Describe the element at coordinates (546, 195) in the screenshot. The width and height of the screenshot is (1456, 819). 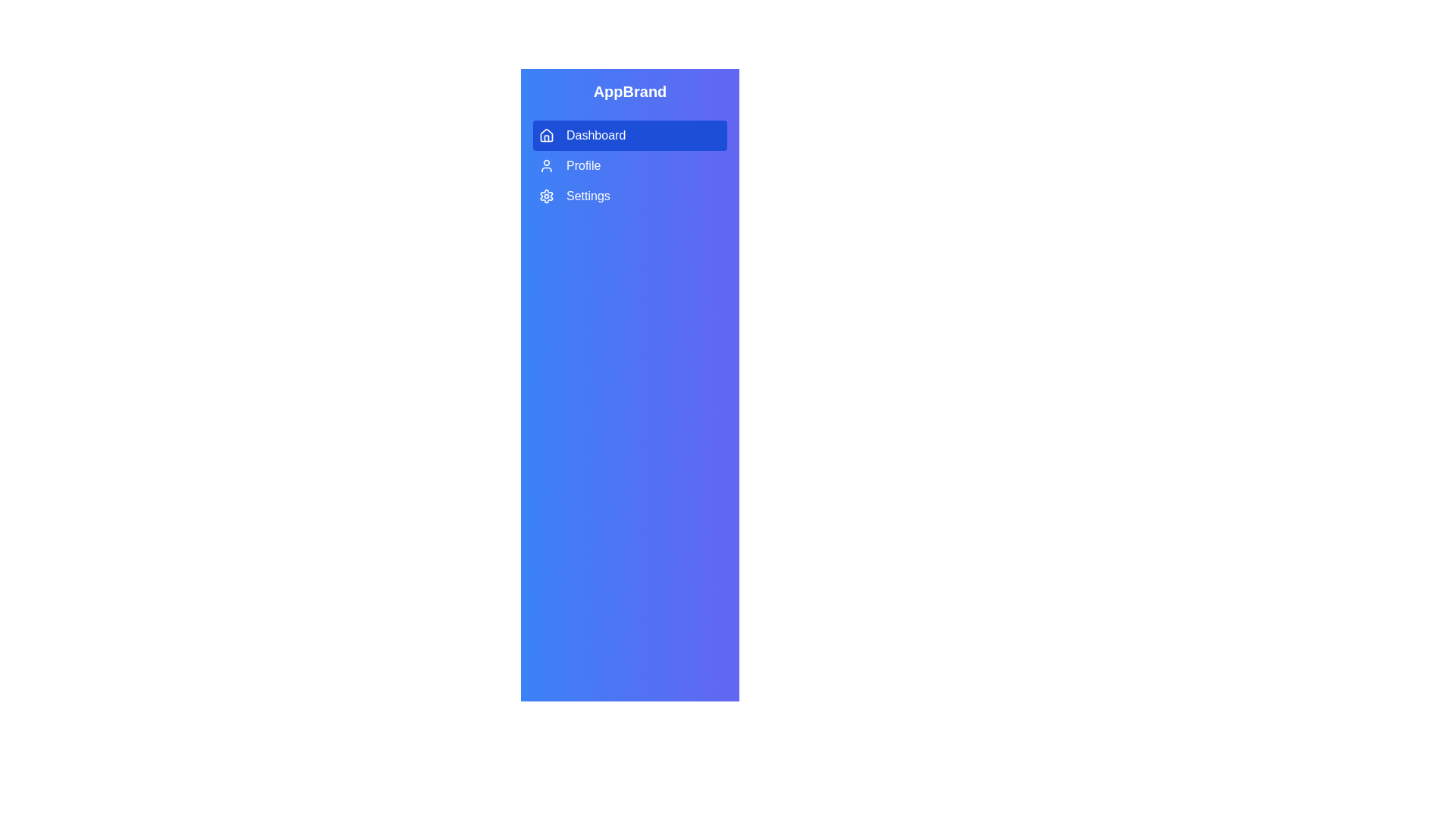
I see `the cog-like icon on the sidebar next to the 'Settings' text` at that location.